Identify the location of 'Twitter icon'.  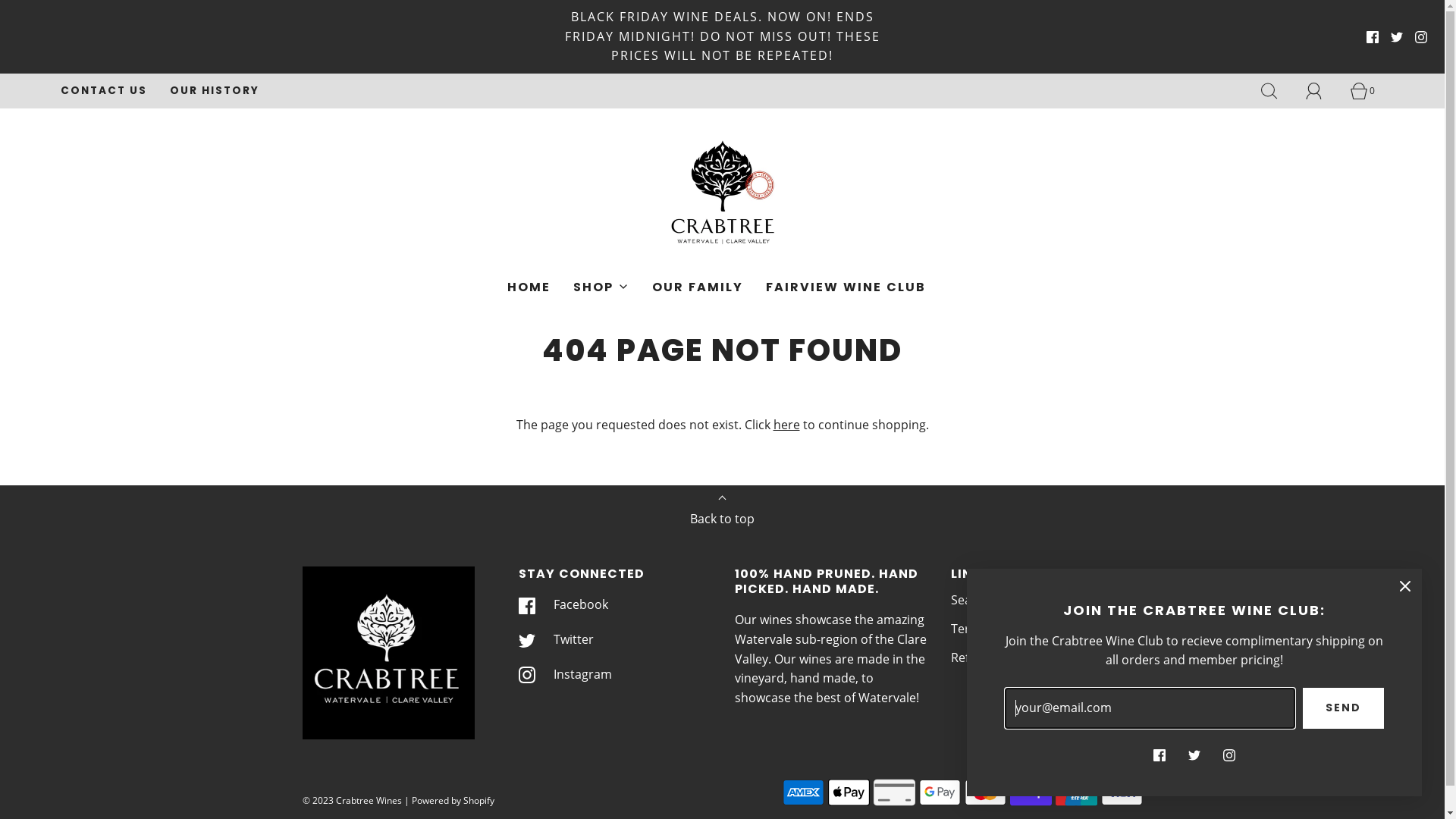
(1193, 755).